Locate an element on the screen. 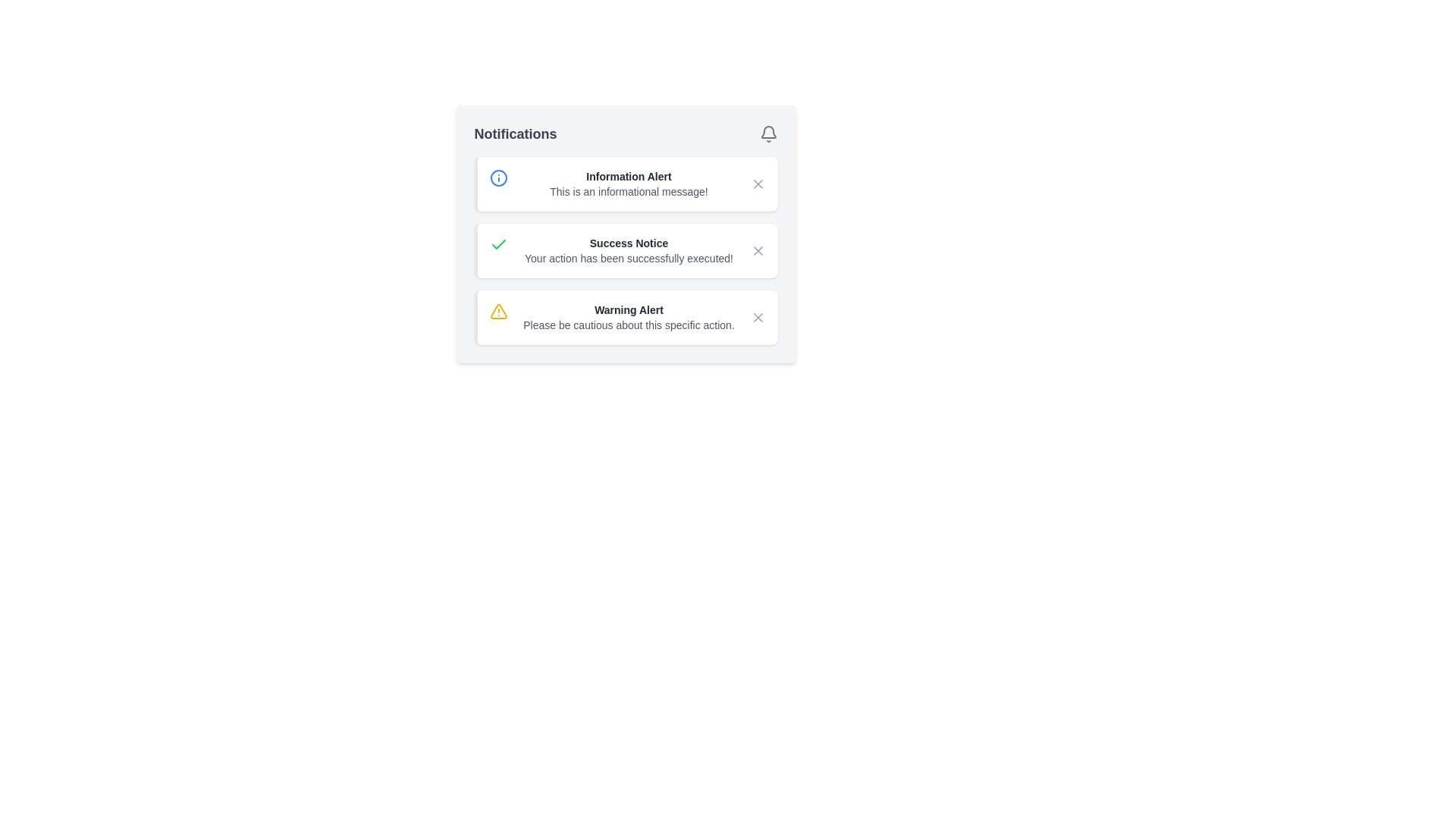 Image resolution: width=1456 pixels, height=819 pixels. the text label displaying 'This is an informational message!' located within the 'Information Alert' notification card is located at coordinates (629, 191).